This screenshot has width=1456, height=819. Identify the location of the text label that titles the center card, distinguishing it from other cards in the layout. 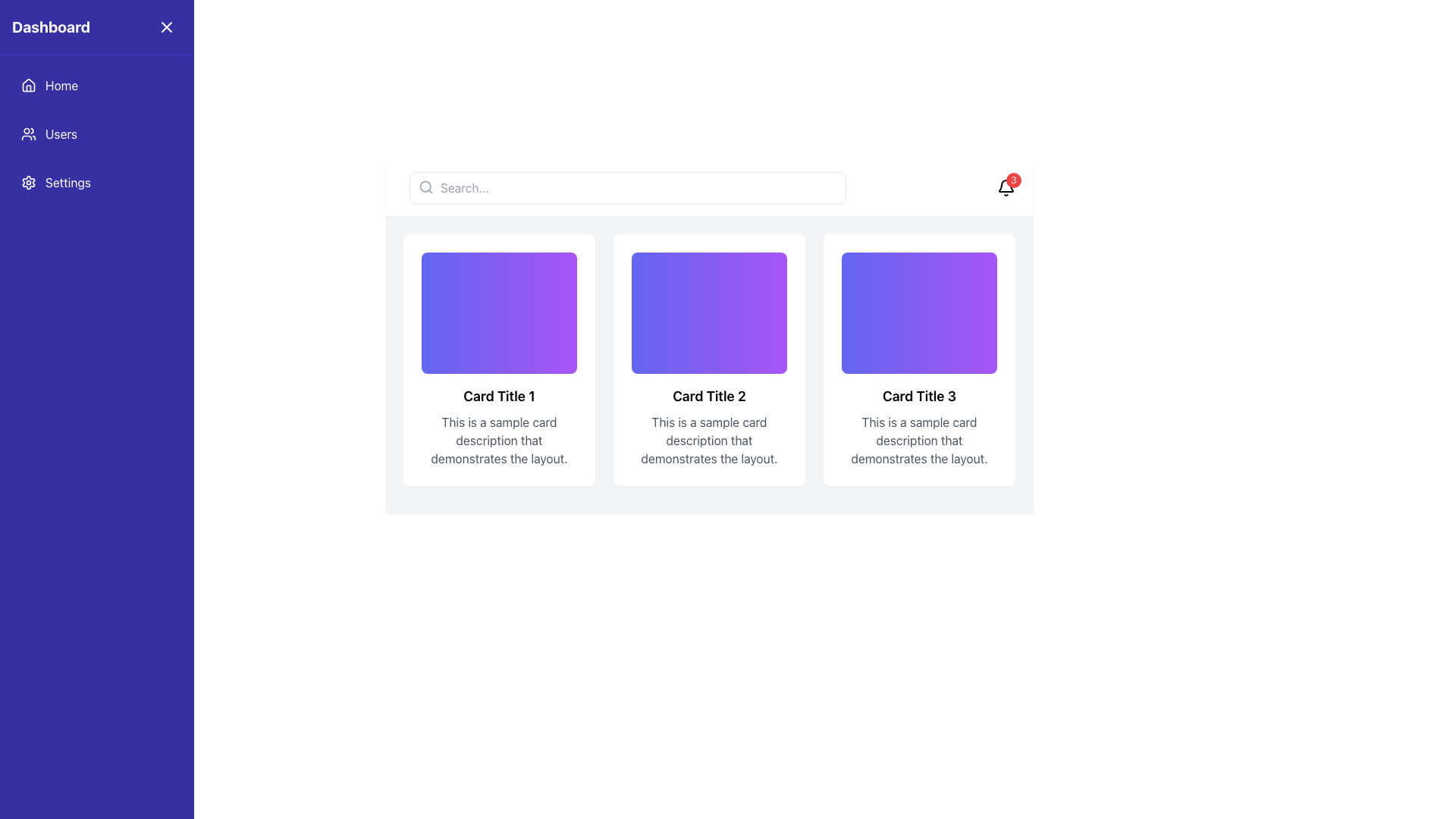
(708, 396).